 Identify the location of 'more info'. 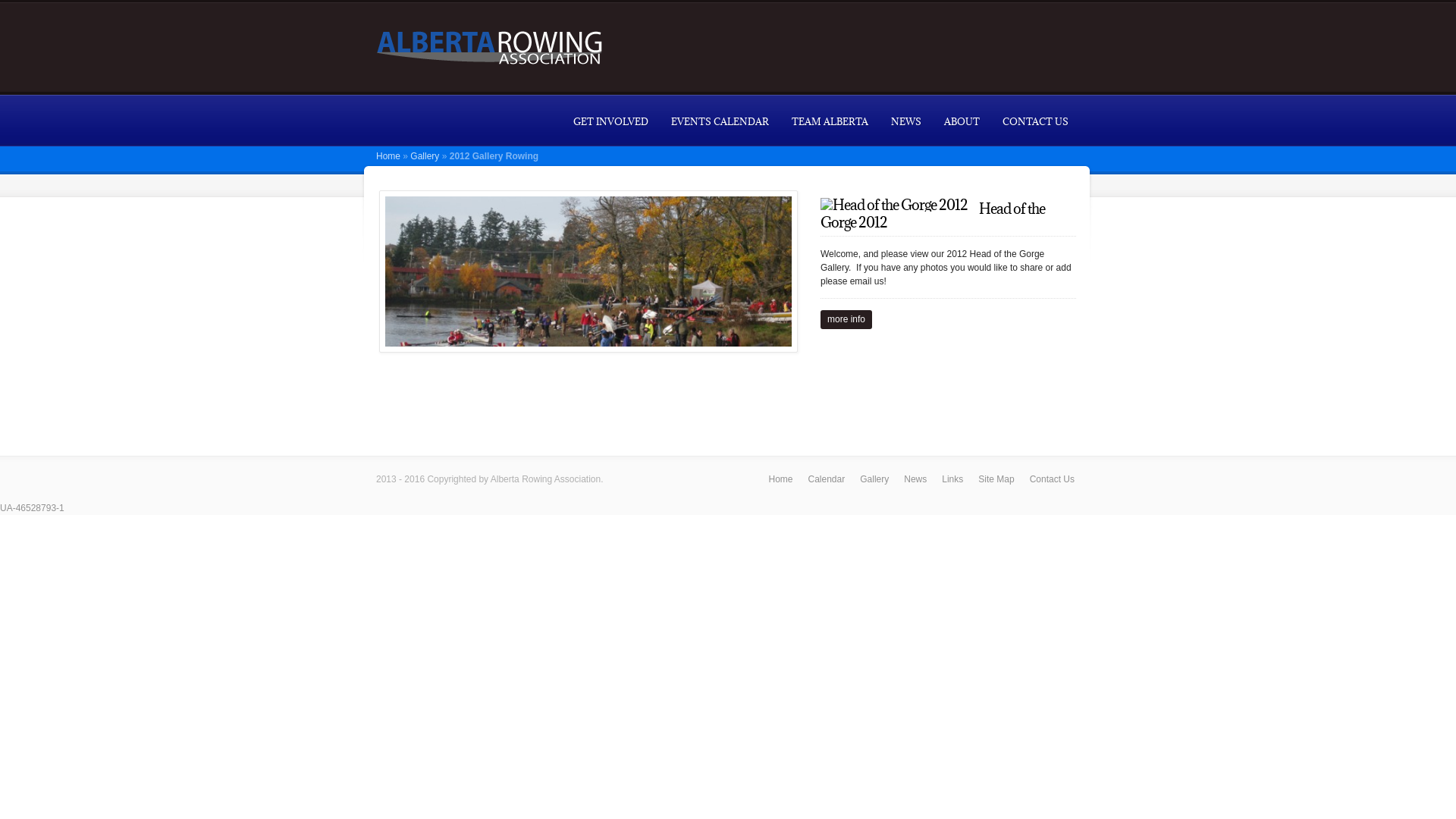
(846, 318).